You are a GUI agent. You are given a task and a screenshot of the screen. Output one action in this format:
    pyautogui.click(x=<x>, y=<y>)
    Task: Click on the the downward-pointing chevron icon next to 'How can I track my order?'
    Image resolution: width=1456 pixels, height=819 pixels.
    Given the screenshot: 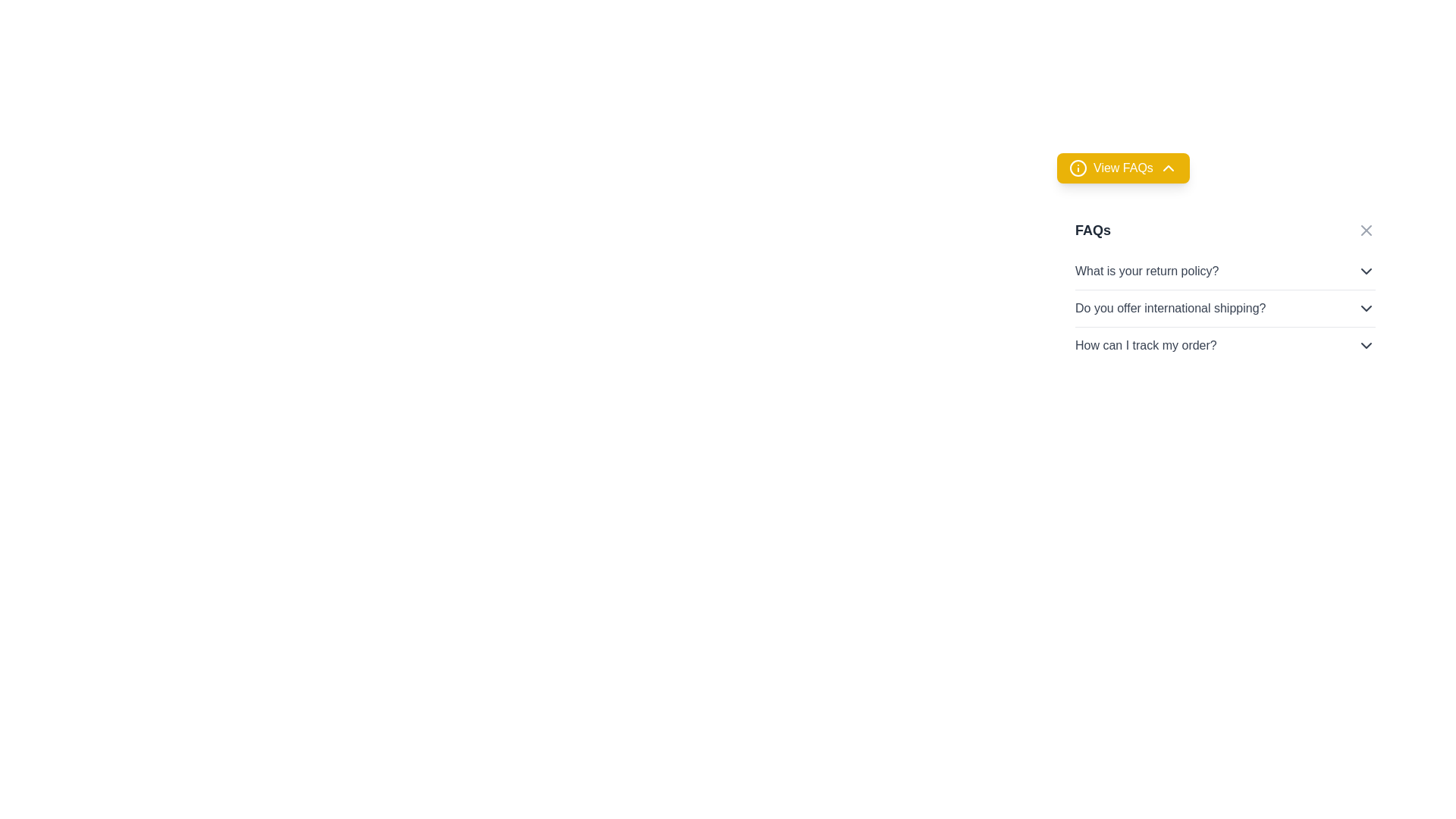 What is the action you would take?
    pyautogui.click(x=1366, y=345)
    